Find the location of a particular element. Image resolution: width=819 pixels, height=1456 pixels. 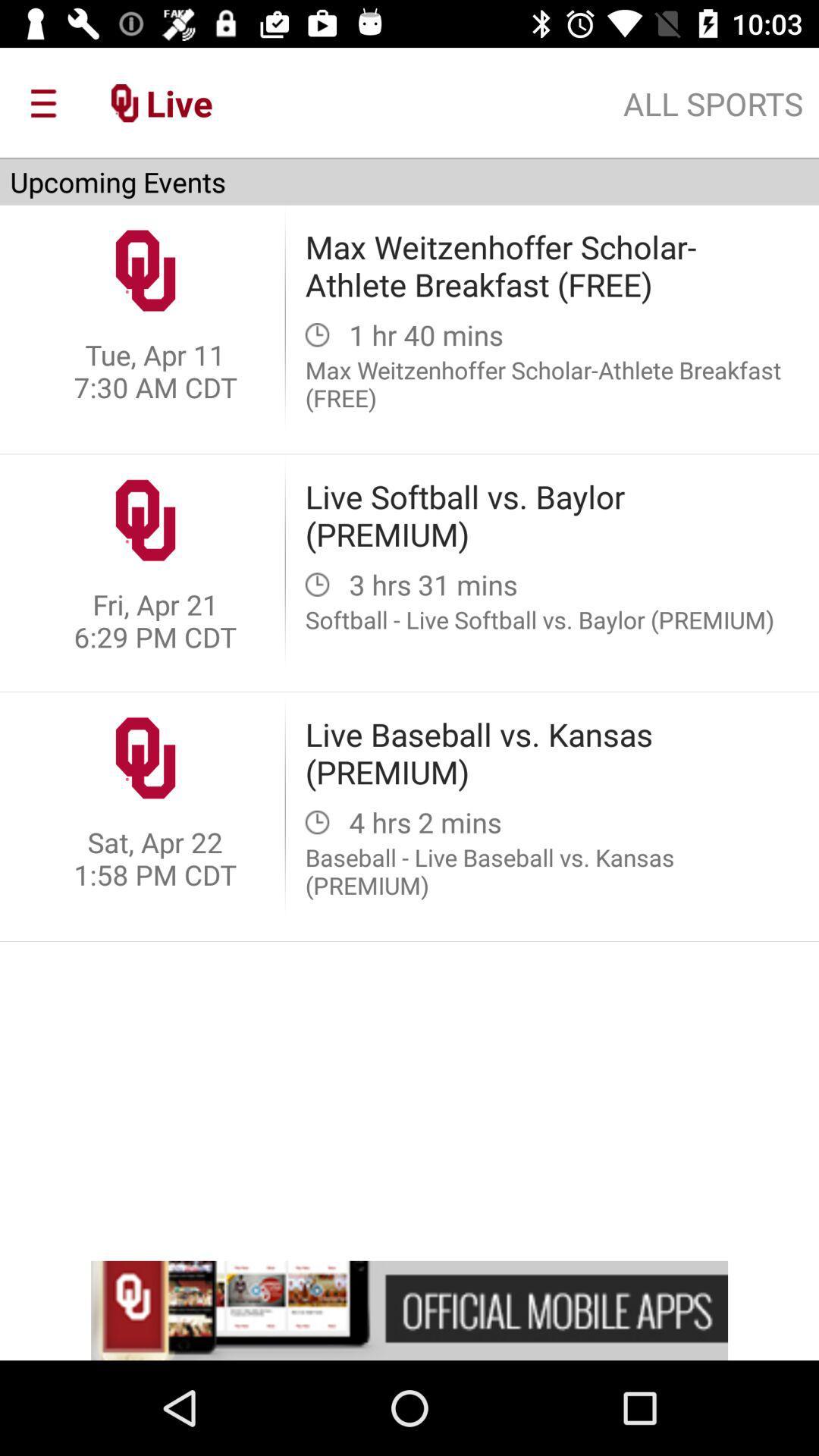

switch to a phone site is located at coordinates (409, 1310).